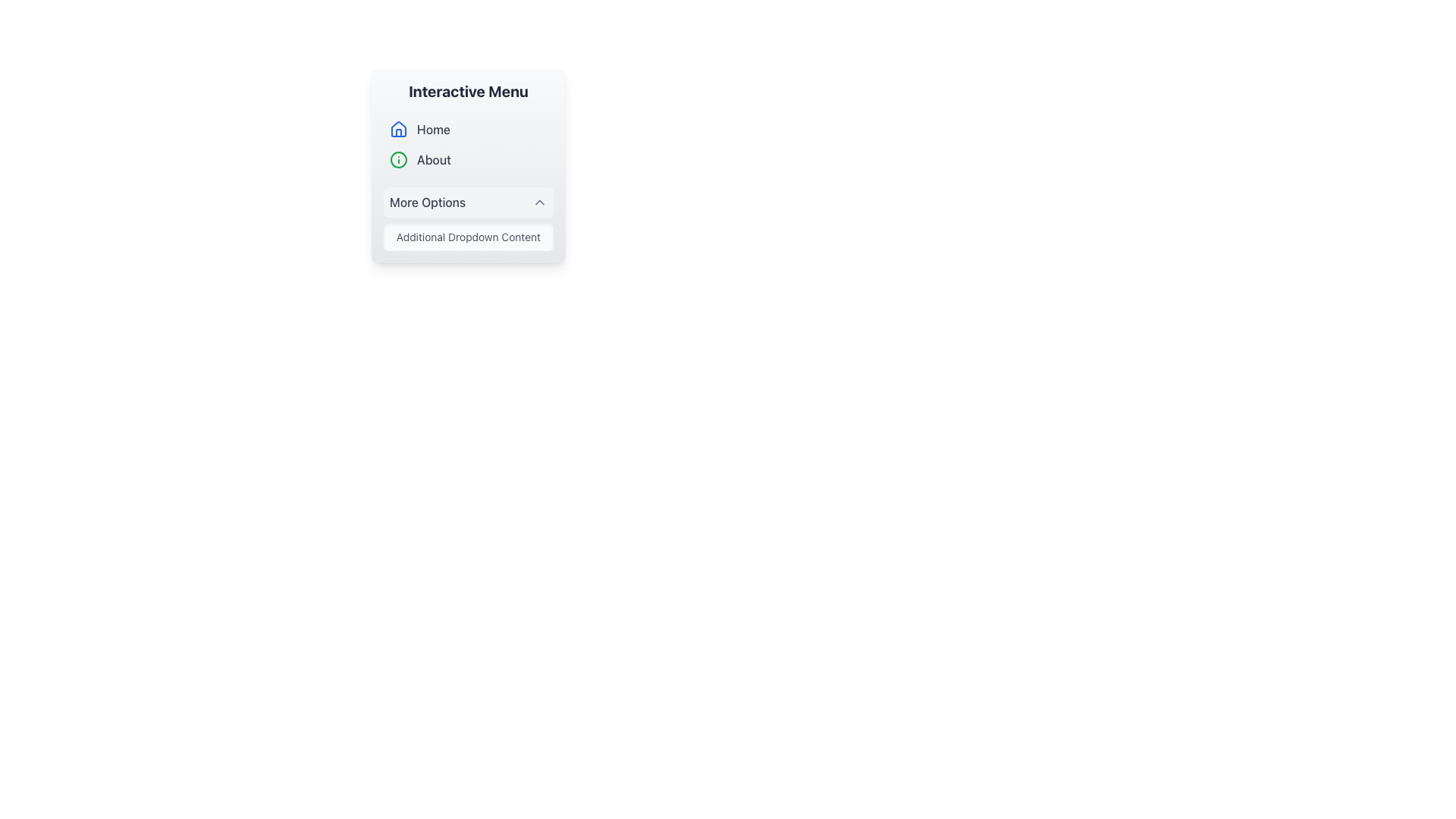 The width and height of the screenshot is (1456, 819). I want to click on the 'Home' icon located at the top left corner of the menu panel, which visually represents the 'Home' option next to the text 'Home', so click(399, 128).